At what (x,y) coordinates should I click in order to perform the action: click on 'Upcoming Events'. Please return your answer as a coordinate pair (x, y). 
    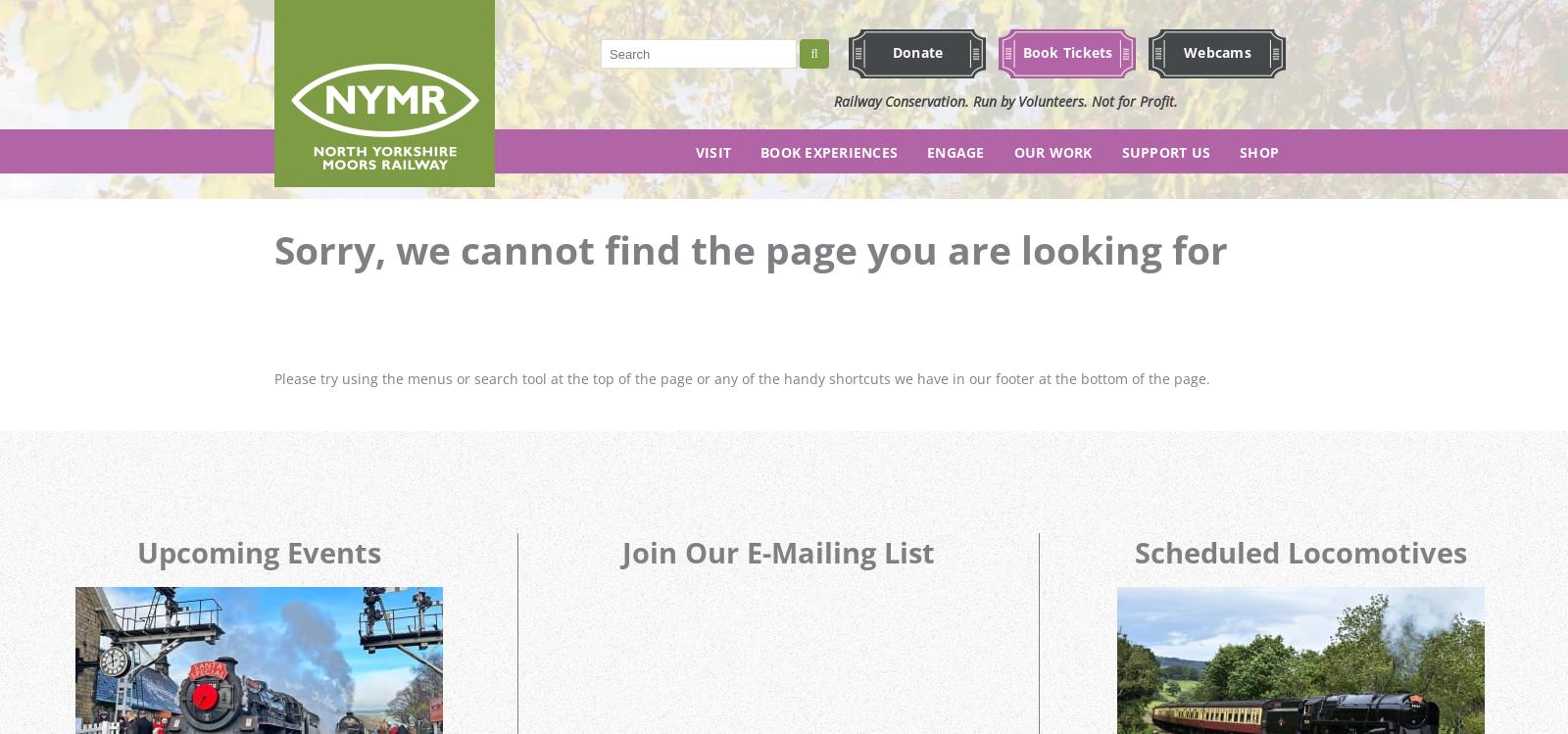
    Looking at the image, I should click on (135, 552).